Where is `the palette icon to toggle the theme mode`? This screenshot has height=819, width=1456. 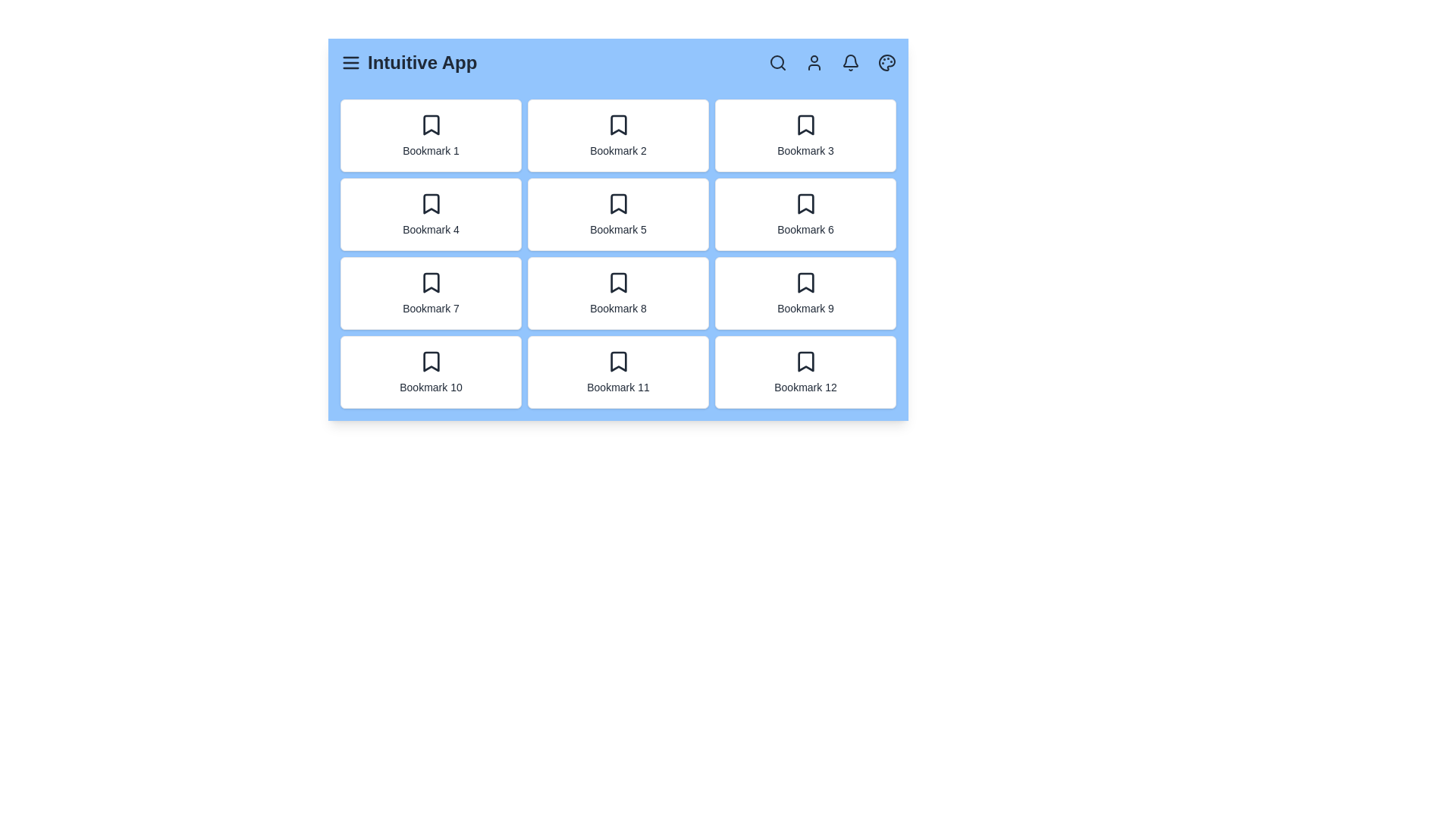 the palette icon to toggle the theme mode is located at coordinates (887, 62).